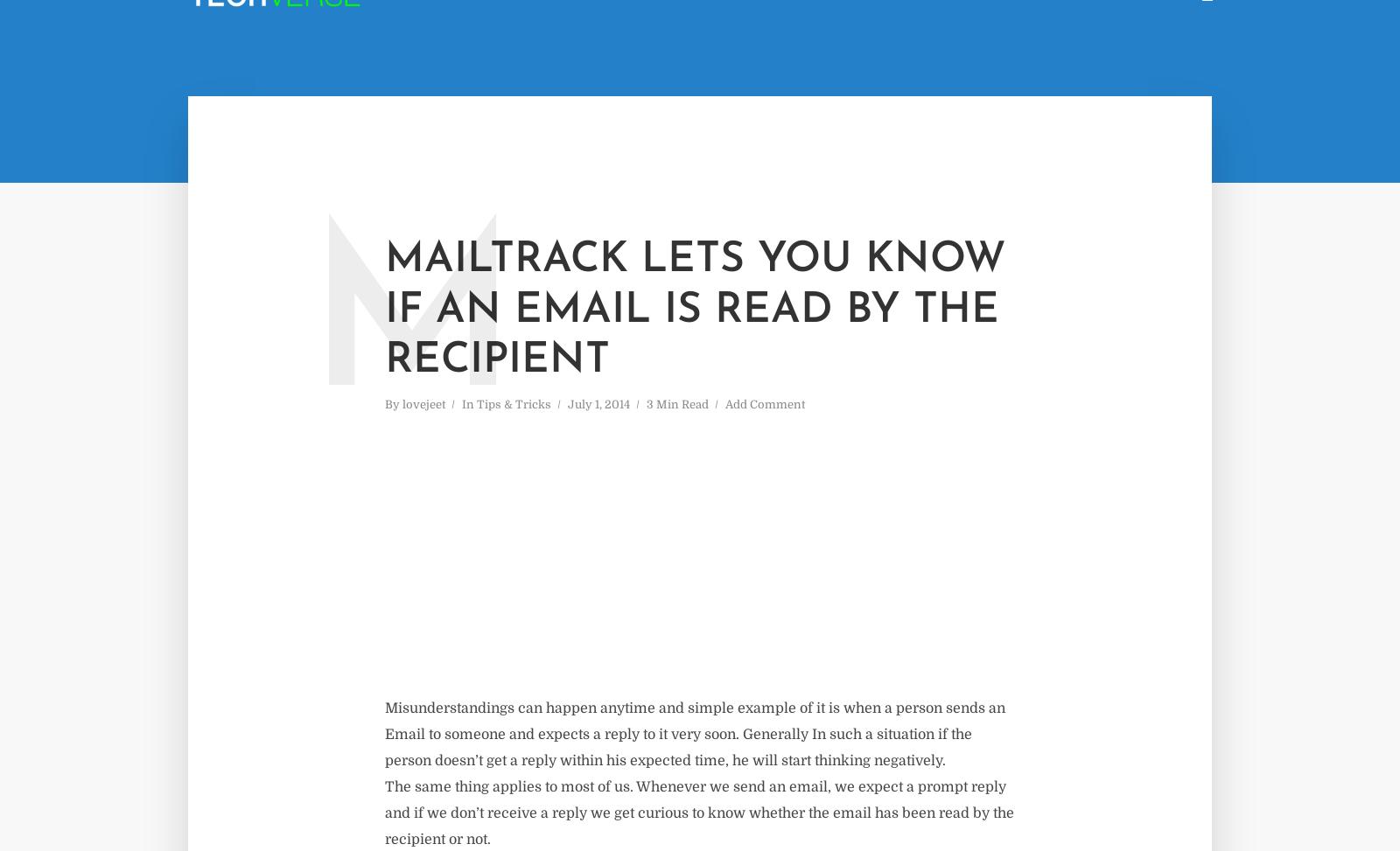 Image resolution: width=1400 pixels, height=851 pixels. Describe the element at coordinates (1017, 49) in the screenshot. I see `'Post'` at that location.